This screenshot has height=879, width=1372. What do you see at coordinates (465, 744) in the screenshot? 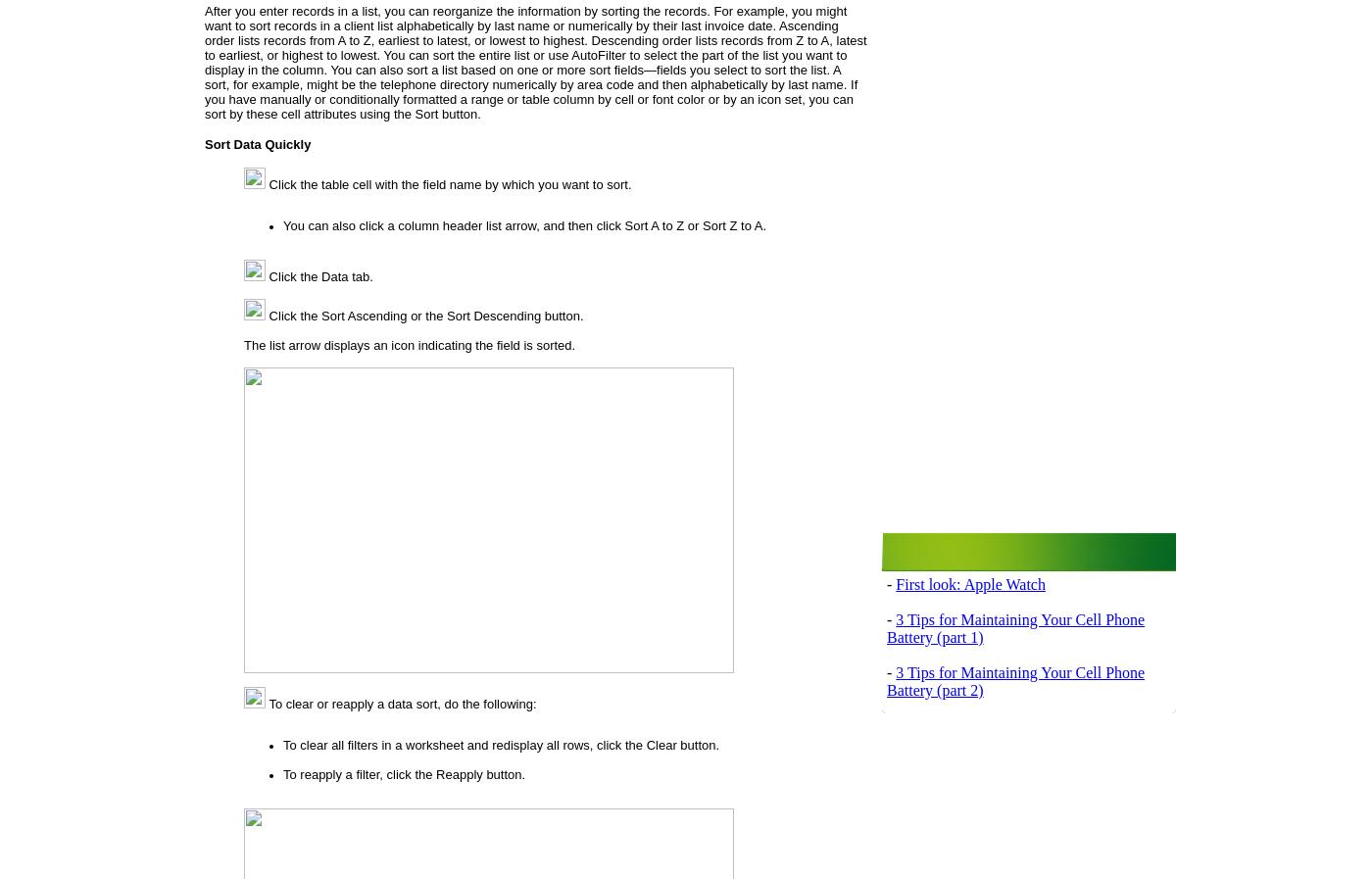
I see `'To clear all filters in a worksheet and redisplay all rows, click the'` at bounding box center [465, 744].